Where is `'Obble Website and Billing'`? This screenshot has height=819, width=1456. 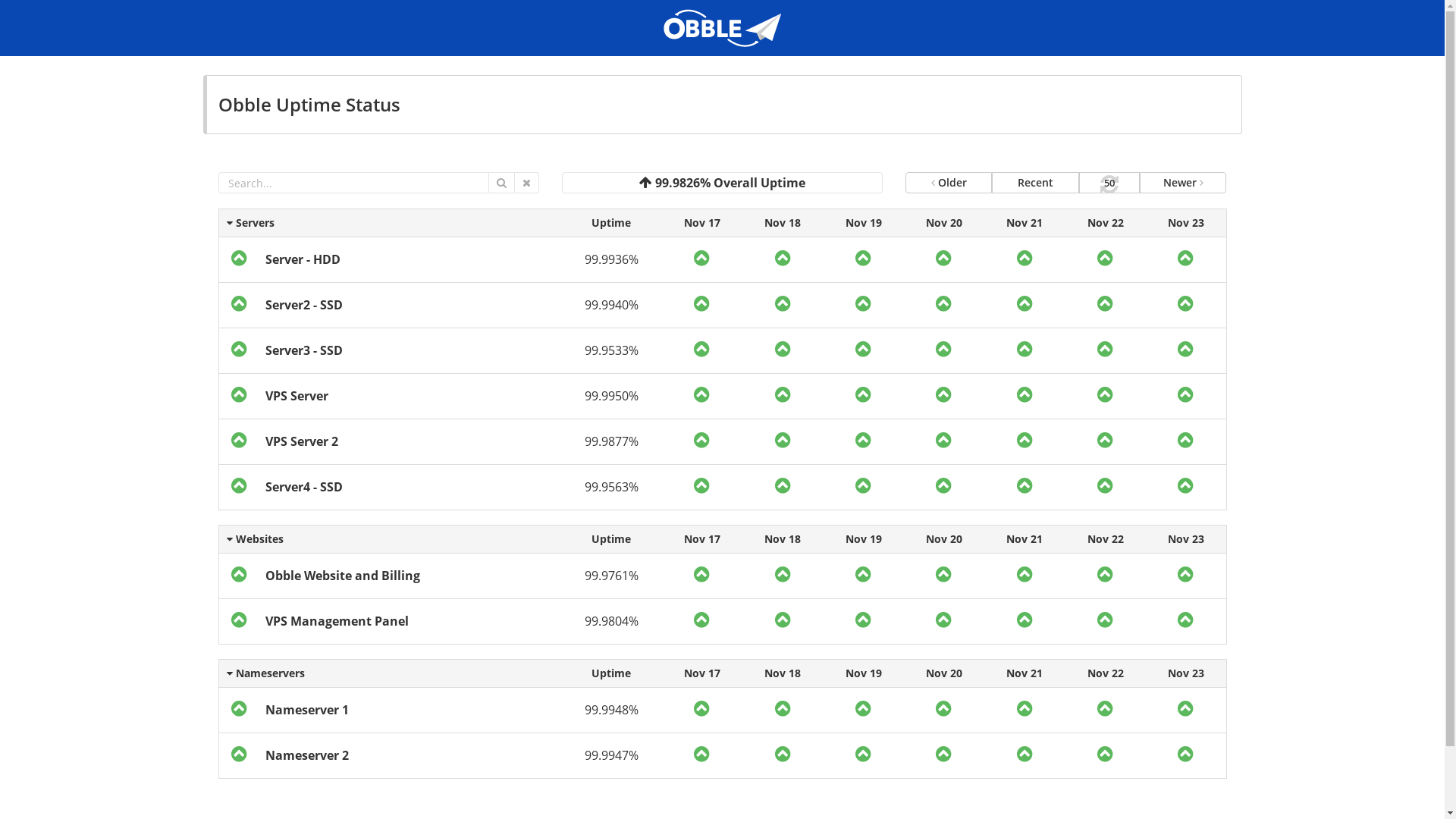
'Obble Website and Billing' is located at coordinates (265, 576).